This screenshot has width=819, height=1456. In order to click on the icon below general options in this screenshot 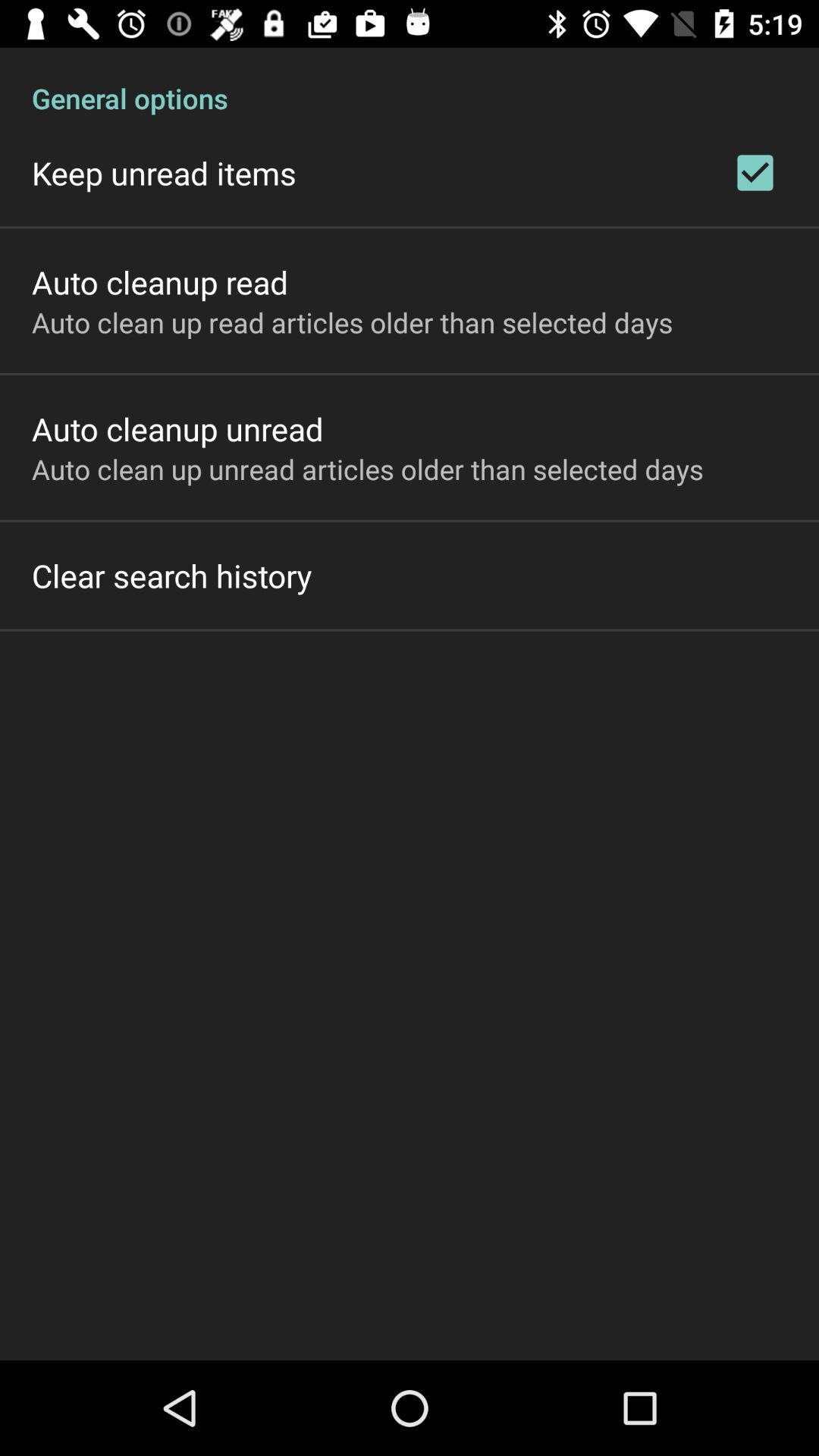, I will do `click(755, 172)`.